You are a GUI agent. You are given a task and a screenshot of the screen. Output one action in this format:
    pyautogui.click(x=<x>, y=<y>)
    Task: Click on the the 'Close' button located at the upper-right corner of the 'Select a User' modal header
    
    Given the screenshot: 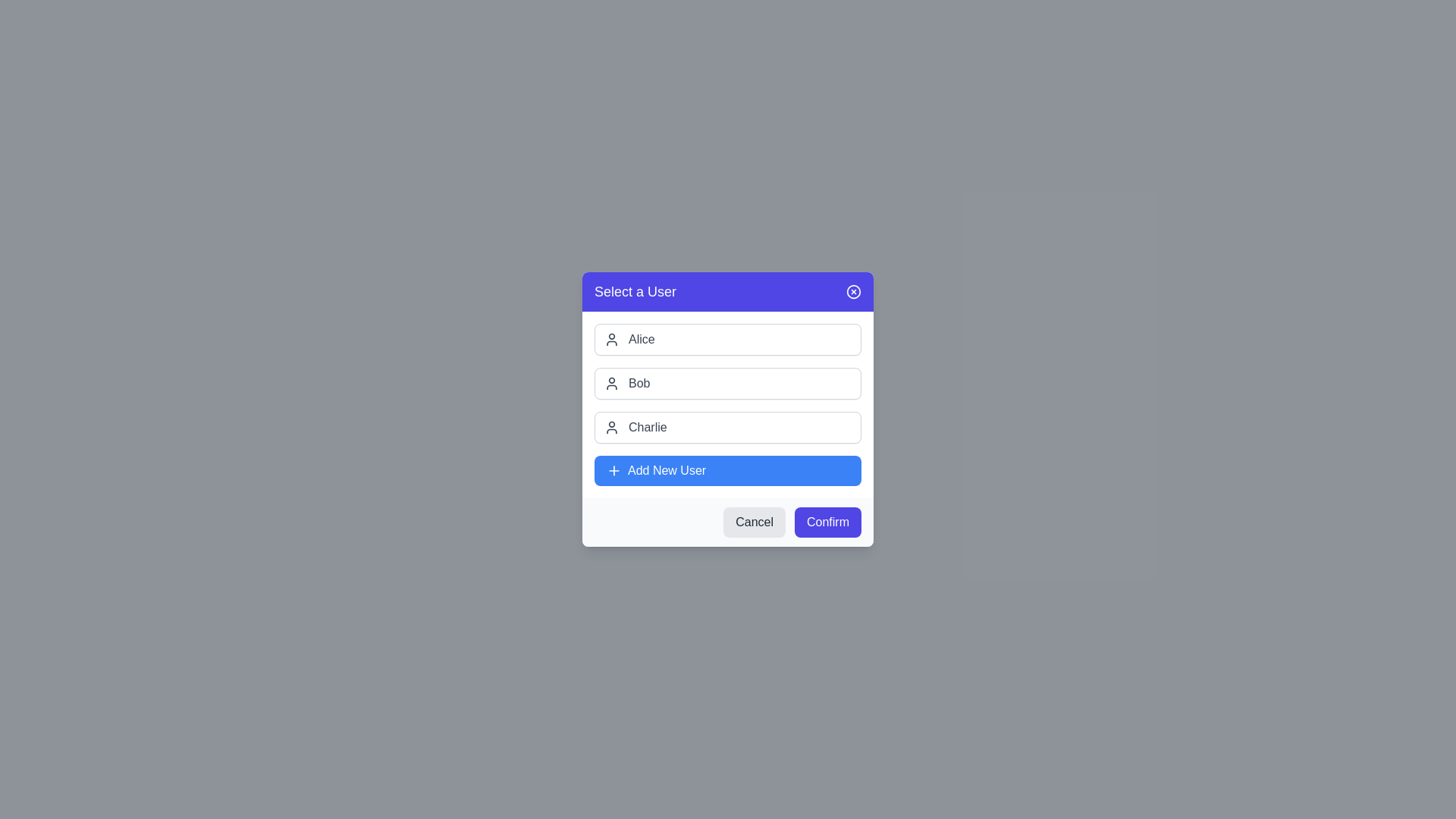 What is the action you would take?
    pyautogui.click(x=854, y=292)
    